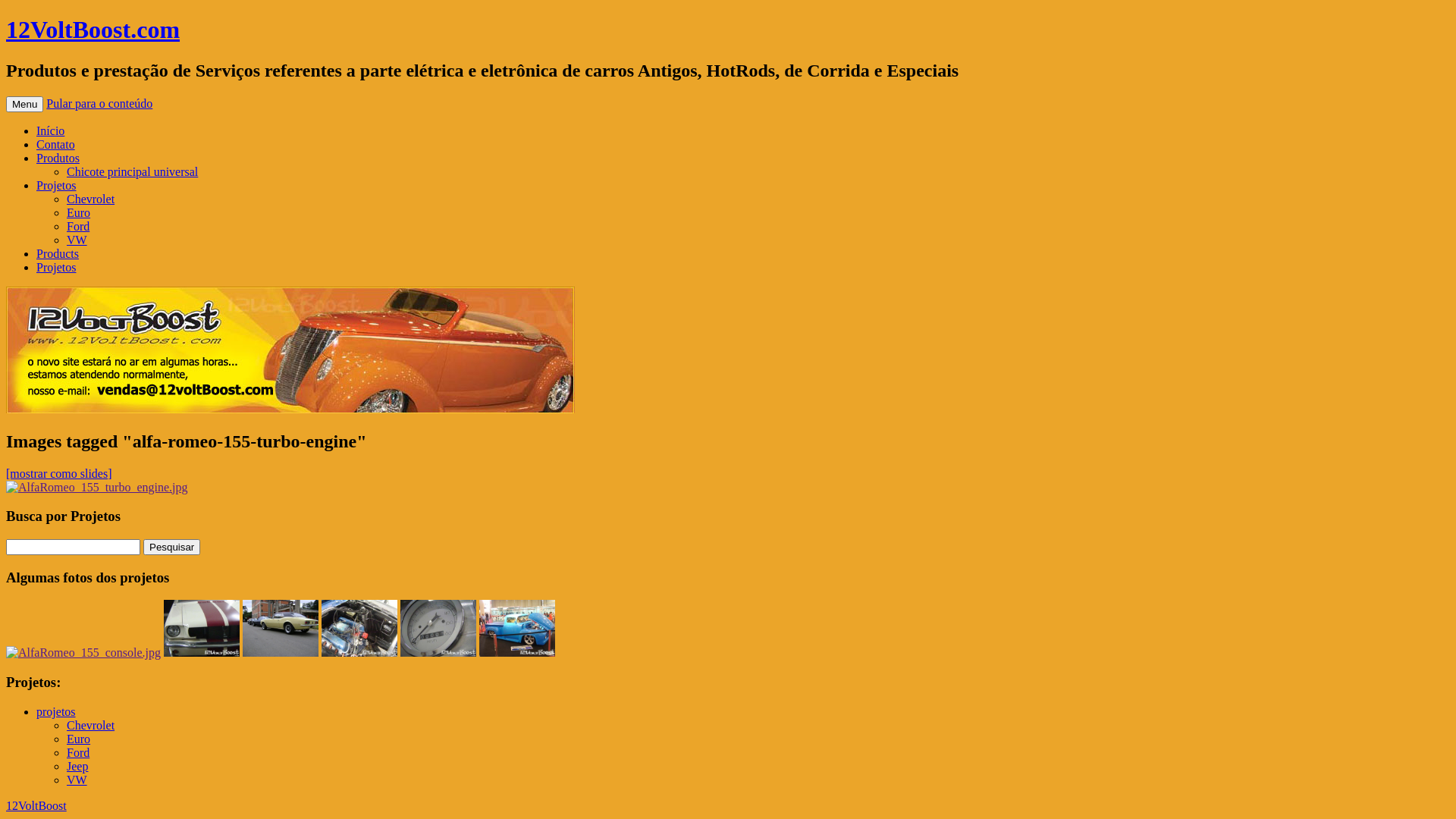 This screenshot has width=1456, height=819. What do you see at coordinates (171, 547) in the screenshot?
I see `'Pesquisar'` at bounding box center [171, 547].